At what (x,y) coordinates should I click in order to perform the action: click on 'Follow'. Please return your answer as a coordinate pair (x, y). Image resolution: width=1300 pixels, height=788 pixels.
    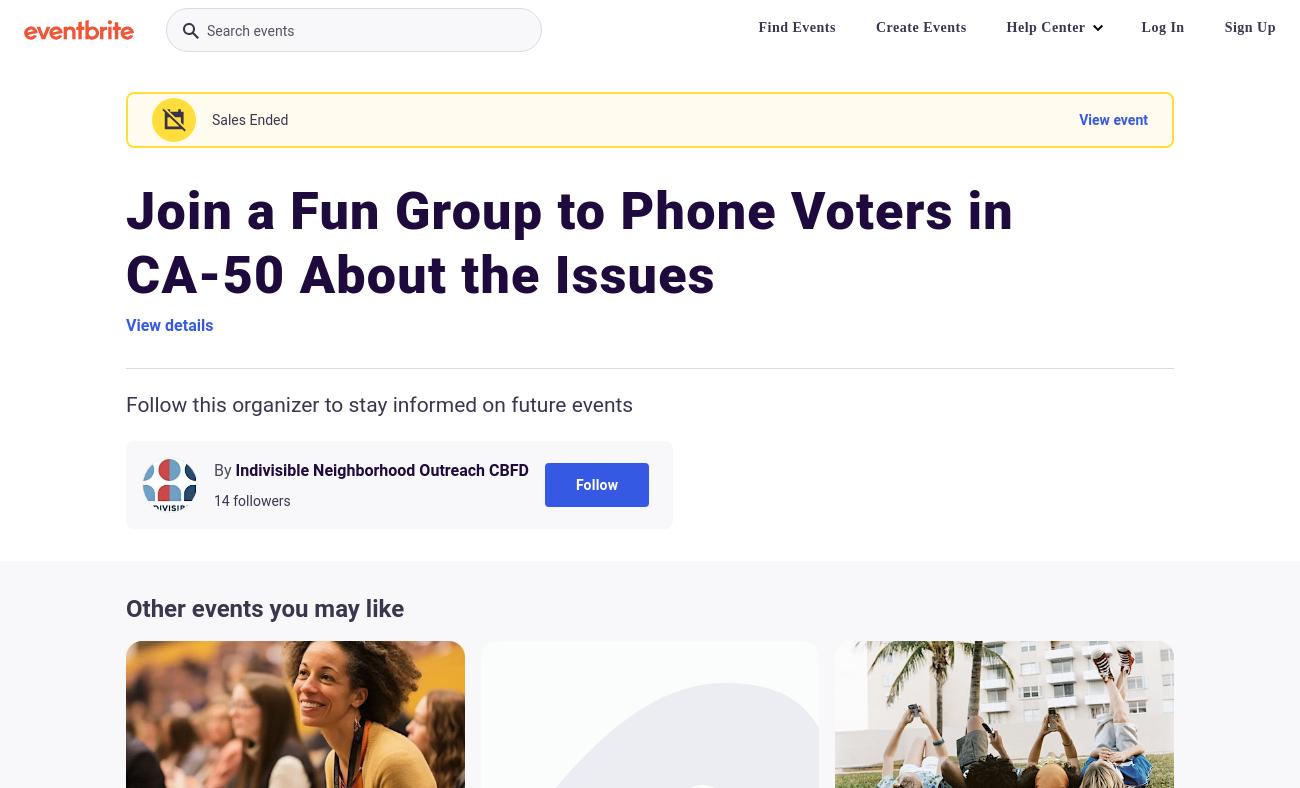
    Looking at the image, I should click on (595, 484).